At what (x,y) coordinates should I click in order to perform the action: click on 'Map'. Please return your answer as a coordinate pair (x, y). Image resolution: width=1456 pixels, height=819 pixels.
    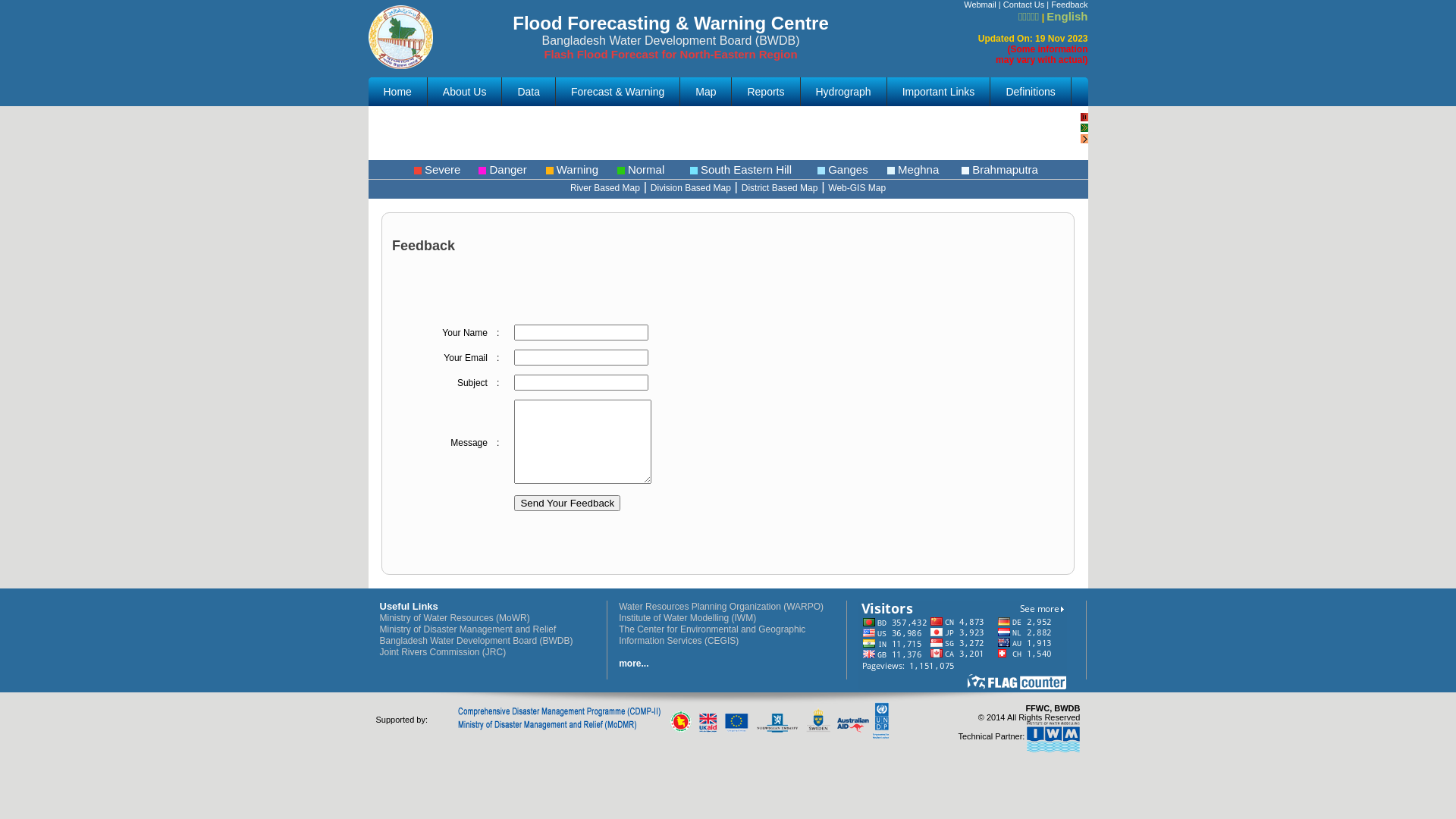
    Looking at the image, I should click on (704, 91).